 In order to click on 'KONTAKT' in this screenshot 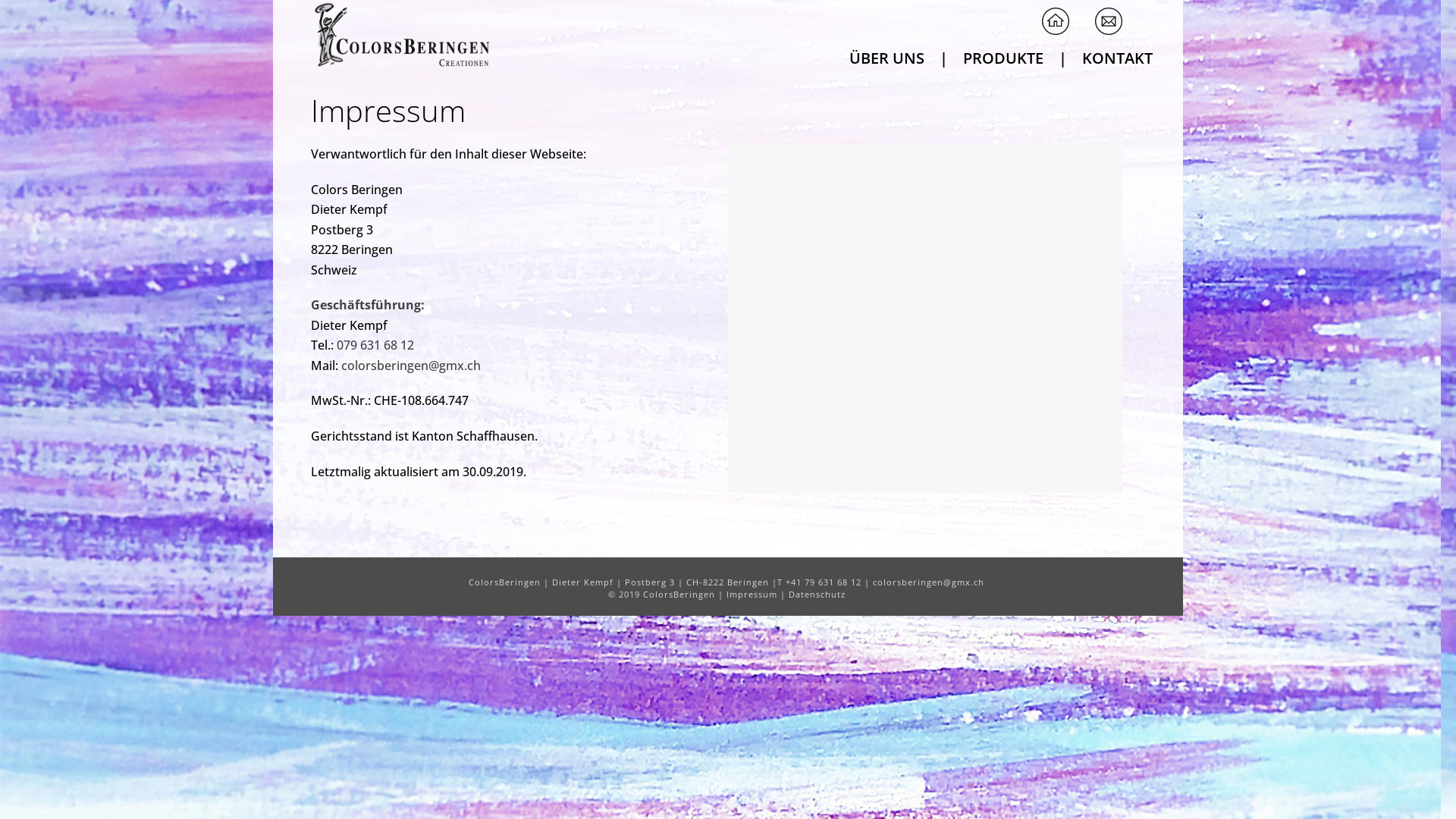, I will do `click(1117, 55)`.